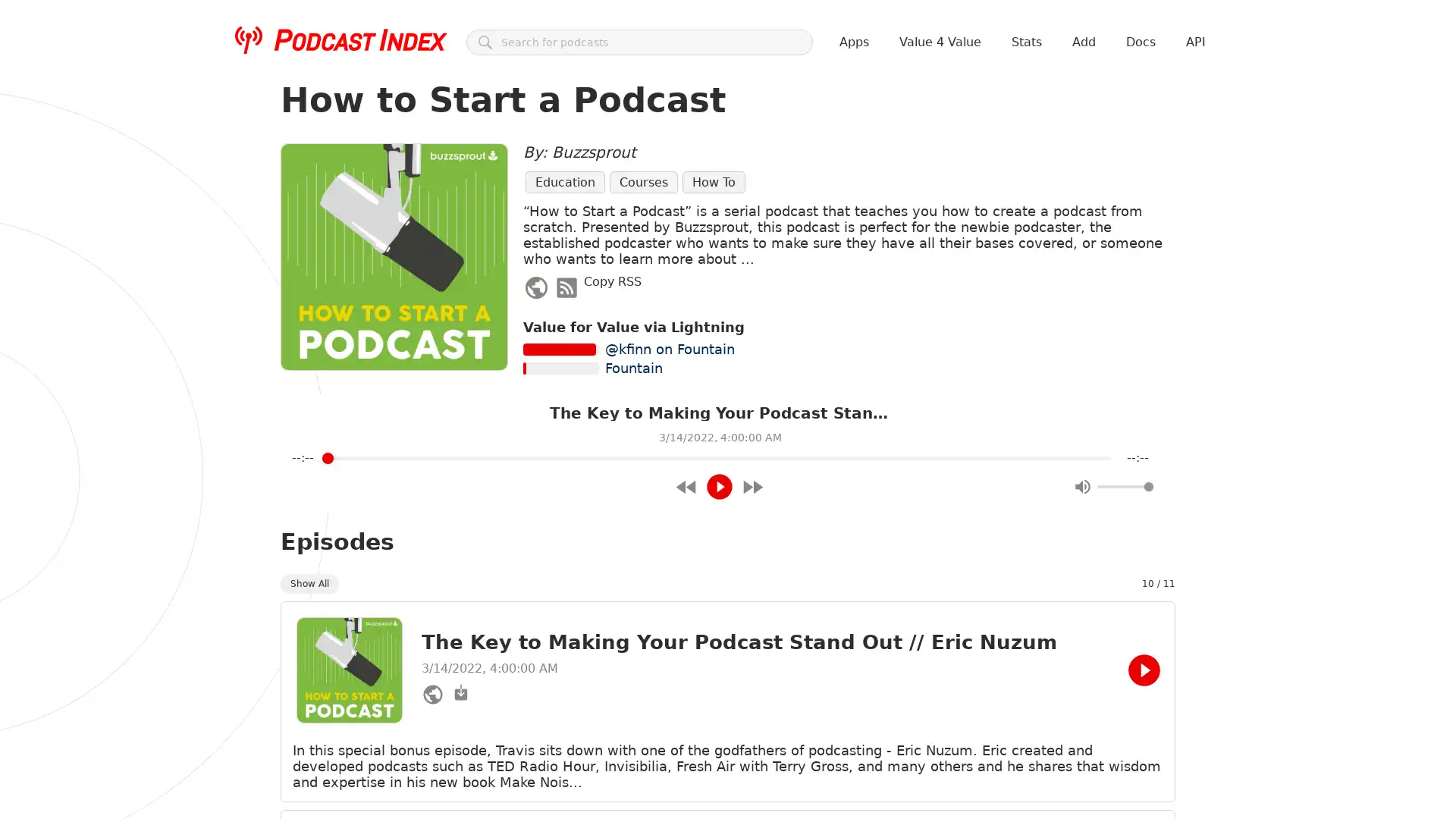 This screenshot has width=1456, height=819. What do you see at coordinates (309, 582) in the screenshot?
I see `Show All` at bounding box center [309, 582].